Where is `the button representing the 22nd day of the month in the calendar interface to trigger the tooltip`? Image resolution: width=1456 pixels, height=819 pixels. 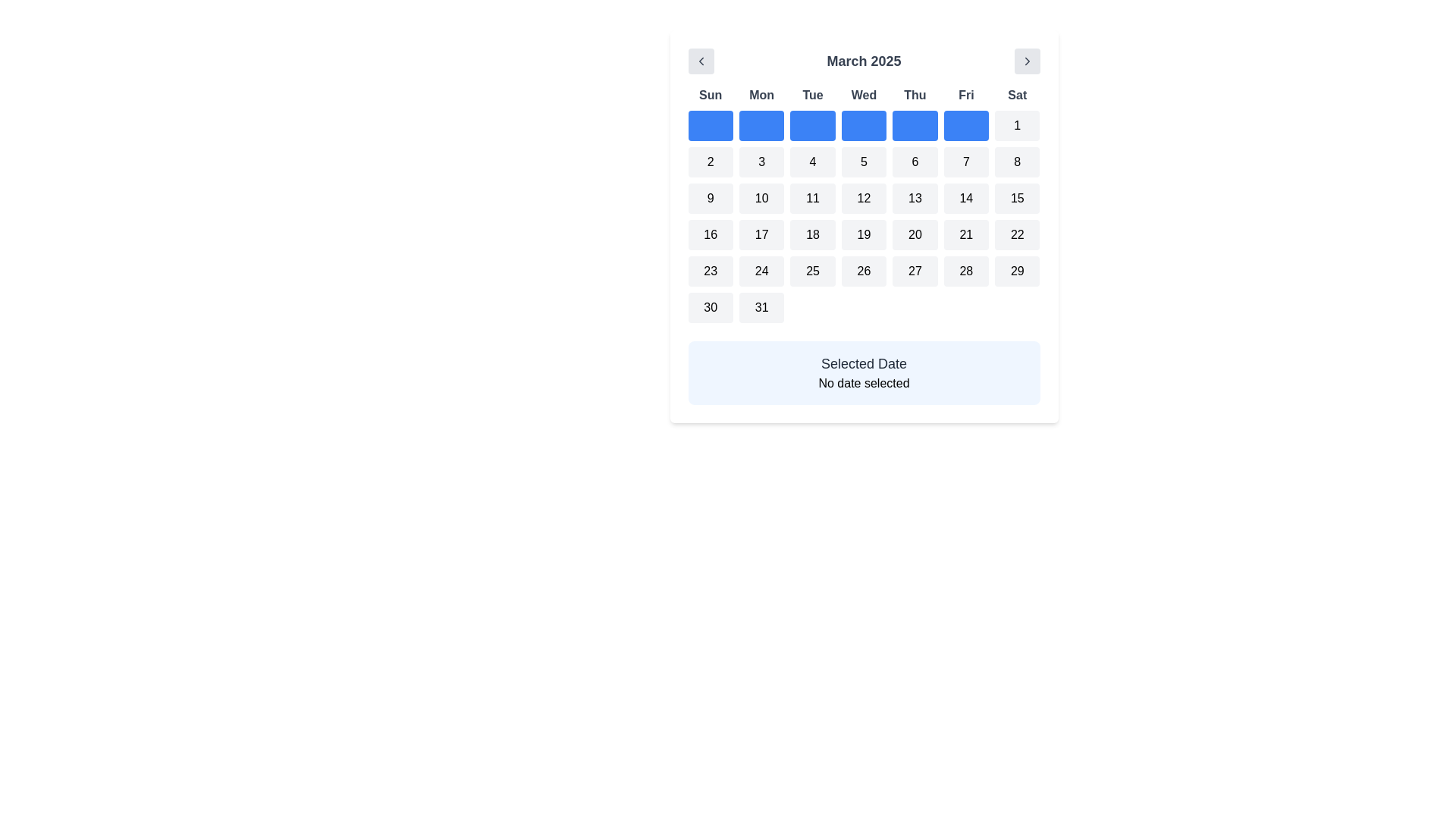 the button representing the 22nd day of the month in the calendar interface to trigger the tooltip is located at coordinates (1017, 234).